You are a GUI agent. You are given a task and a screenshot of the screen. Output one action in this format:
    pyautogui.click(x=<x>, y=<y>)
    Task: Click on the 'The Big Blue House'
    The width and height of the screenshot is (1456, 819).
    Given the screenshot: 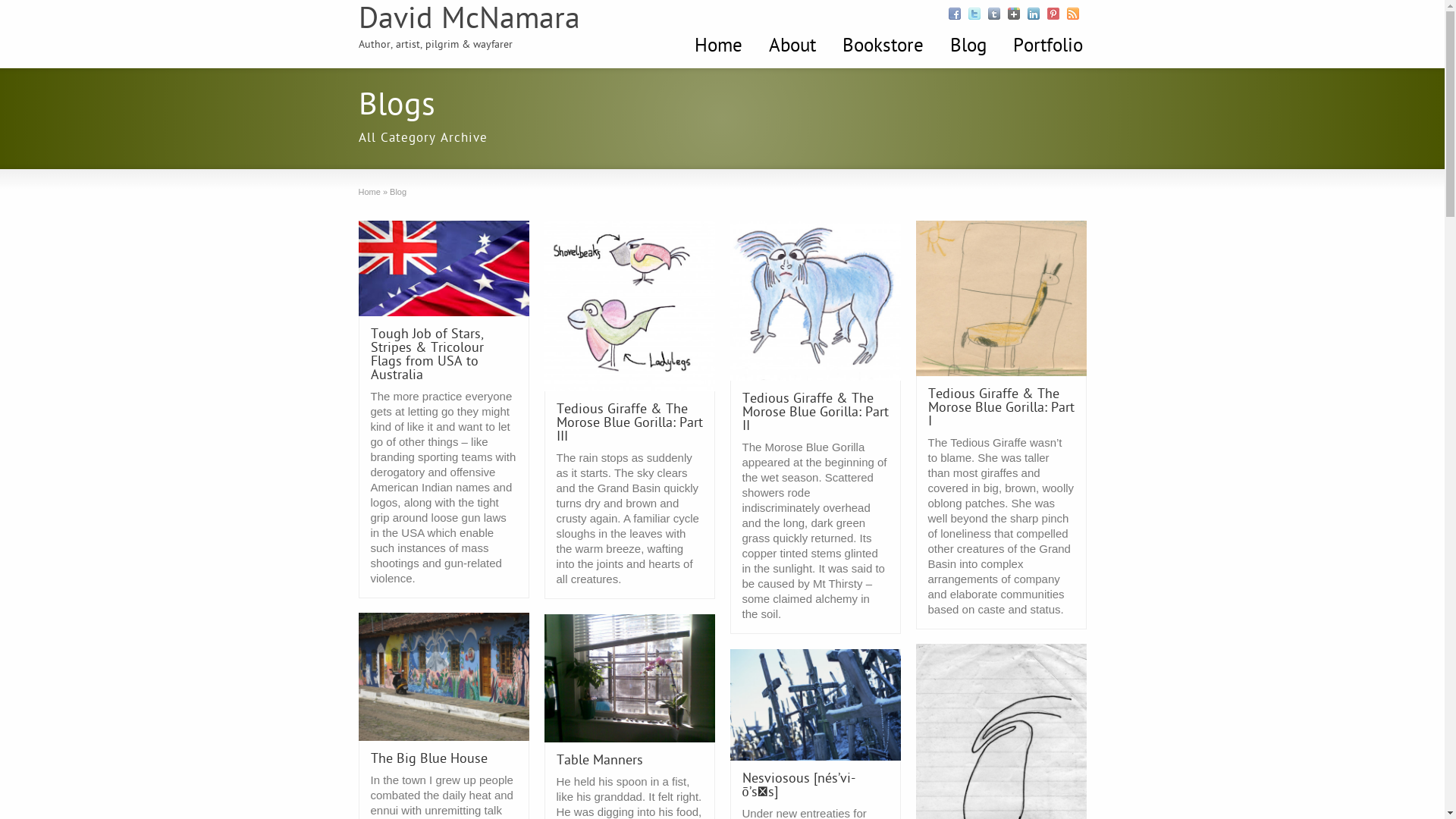 What is the action you would take?
    pyautogui.click(x=428, y=759)
    